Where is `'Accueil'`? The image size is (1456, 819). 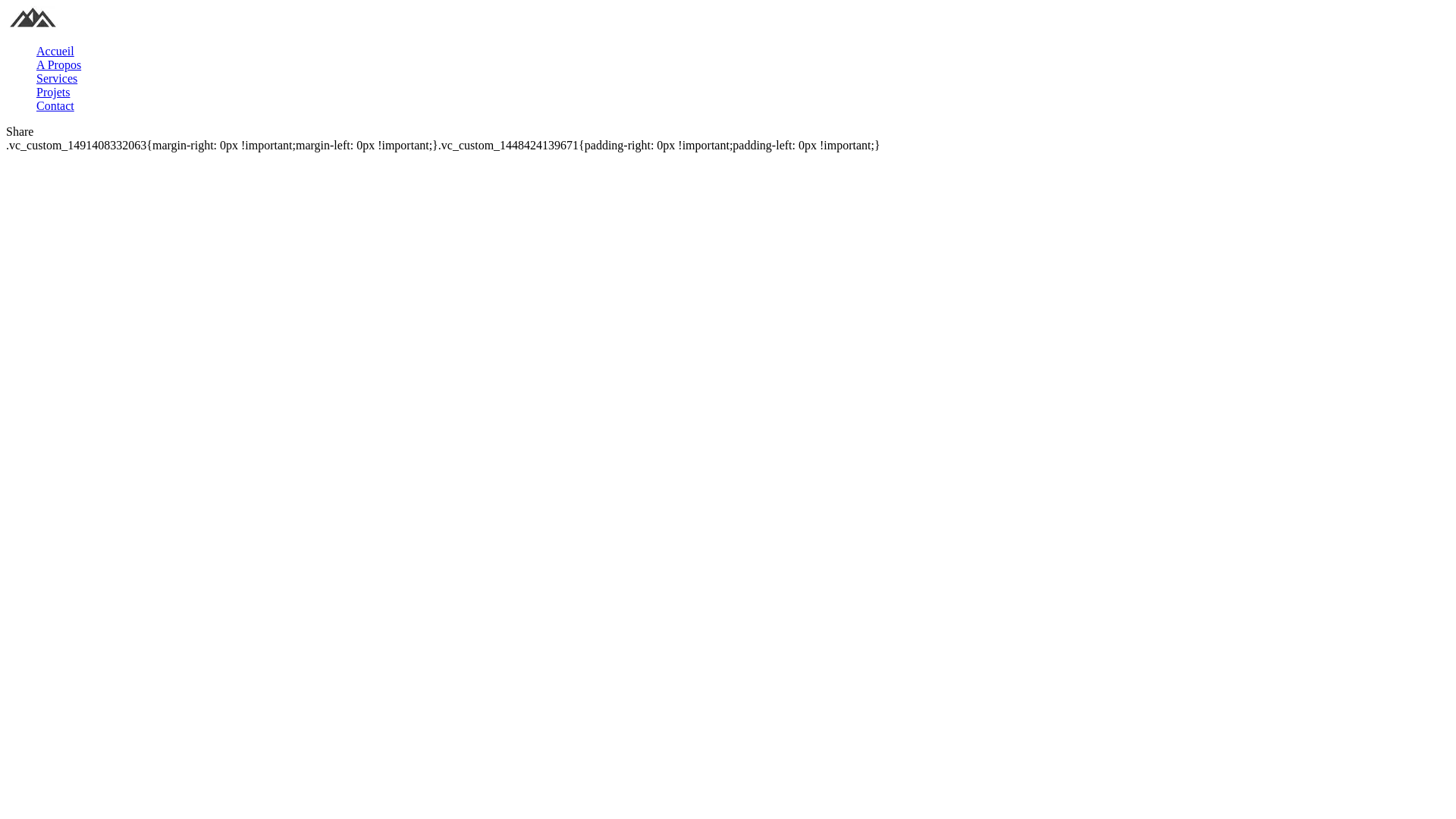 'Accueil' is located at coordinates (55, 50).